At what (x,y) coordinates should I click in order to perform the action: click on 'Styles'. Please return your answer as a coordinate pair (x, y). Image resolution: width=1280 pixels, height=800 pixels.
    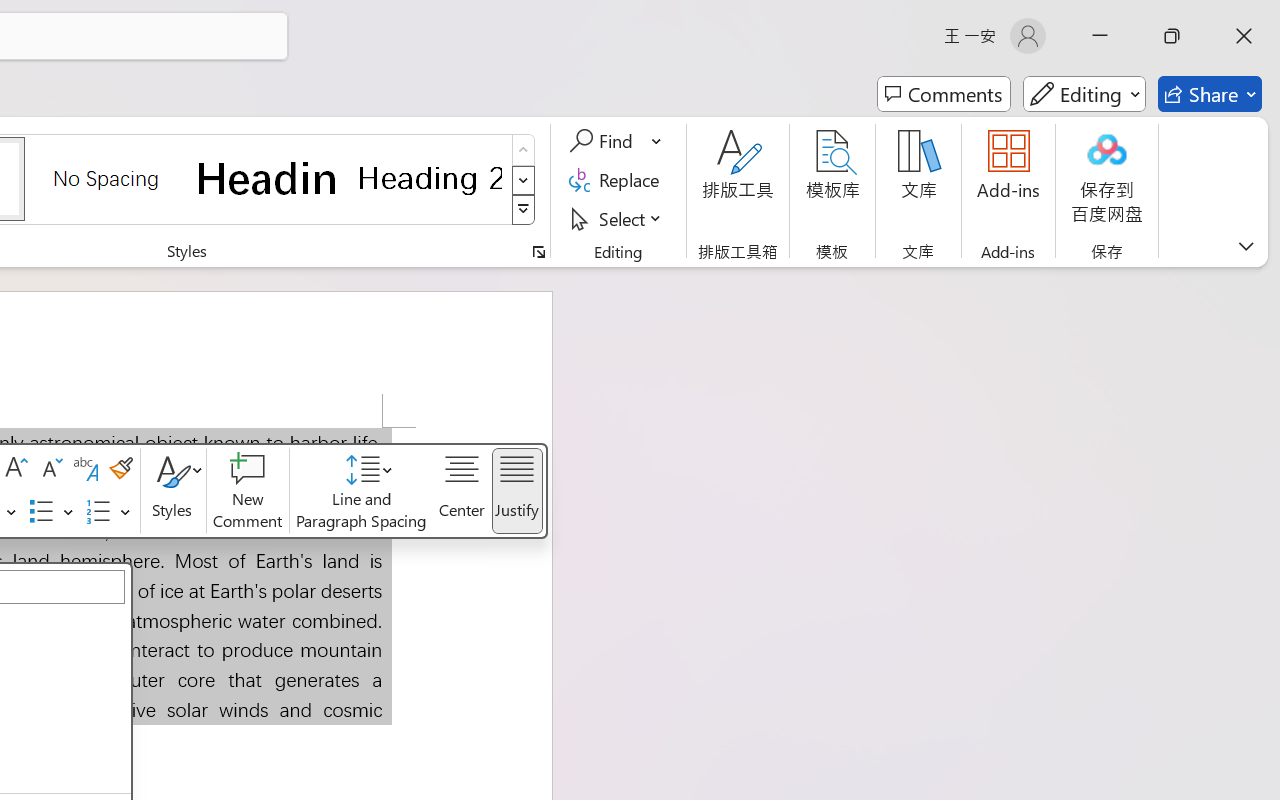
    Looking at the image, I should click on (173, 491).